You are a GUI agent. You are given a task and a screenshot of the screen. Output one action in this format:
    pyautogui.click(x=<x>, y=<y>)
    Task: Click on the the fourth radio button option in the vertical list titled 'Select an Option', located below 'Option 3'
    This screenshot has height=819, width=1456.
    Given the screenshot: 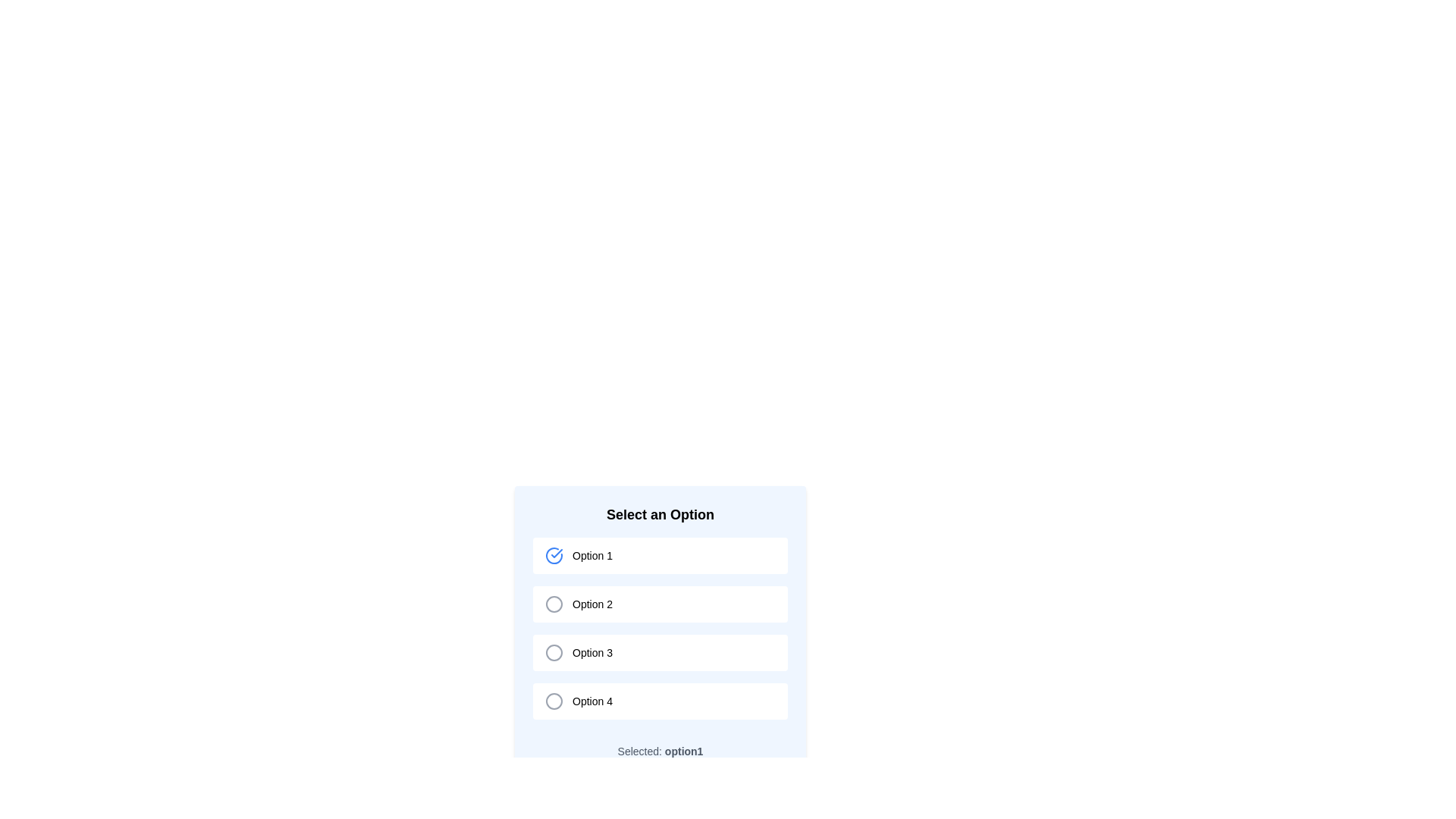 What is the action you would take?
    pyautogui.click(x=660, y=701)
    